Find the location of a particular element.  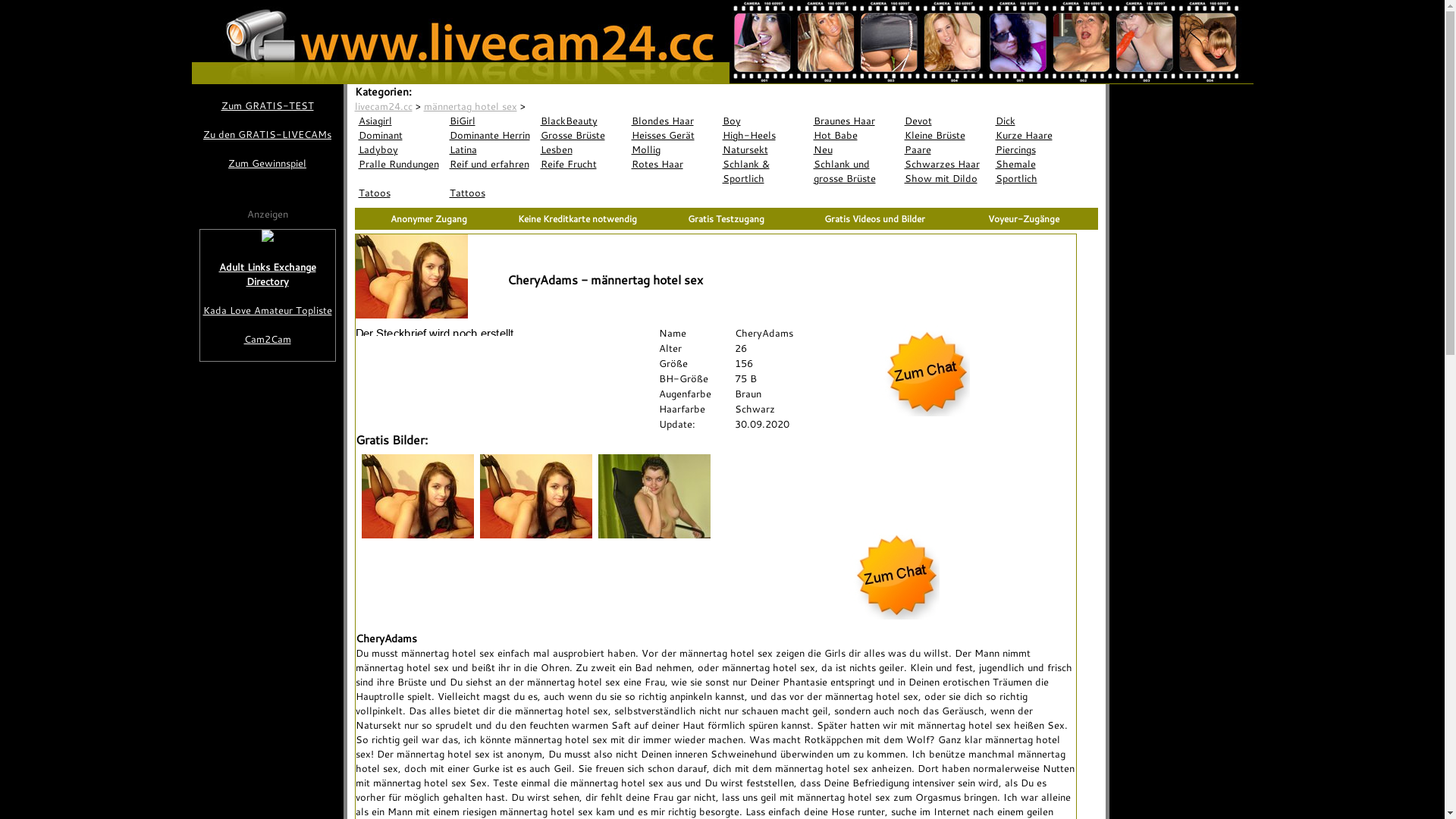

'Lesben' is located at coordinates (582, 149).